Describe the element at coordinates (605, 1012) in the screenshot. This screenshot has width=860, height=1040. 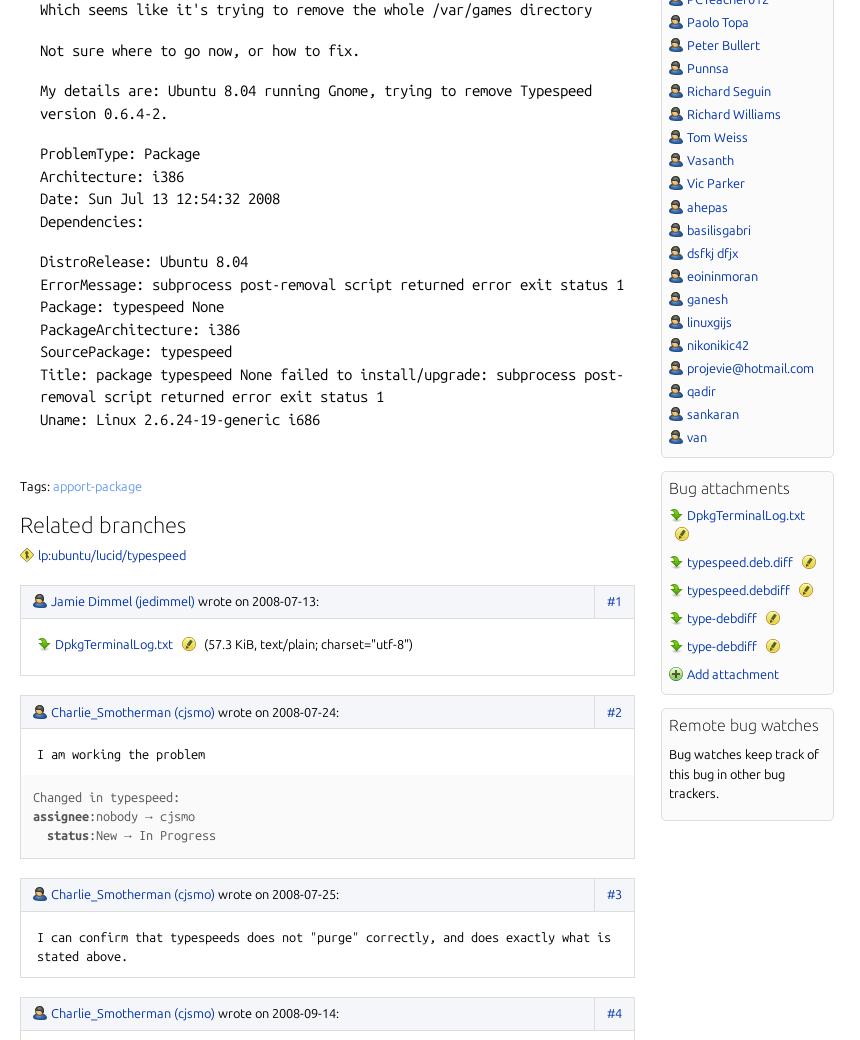
I see `'#4'` at that location.